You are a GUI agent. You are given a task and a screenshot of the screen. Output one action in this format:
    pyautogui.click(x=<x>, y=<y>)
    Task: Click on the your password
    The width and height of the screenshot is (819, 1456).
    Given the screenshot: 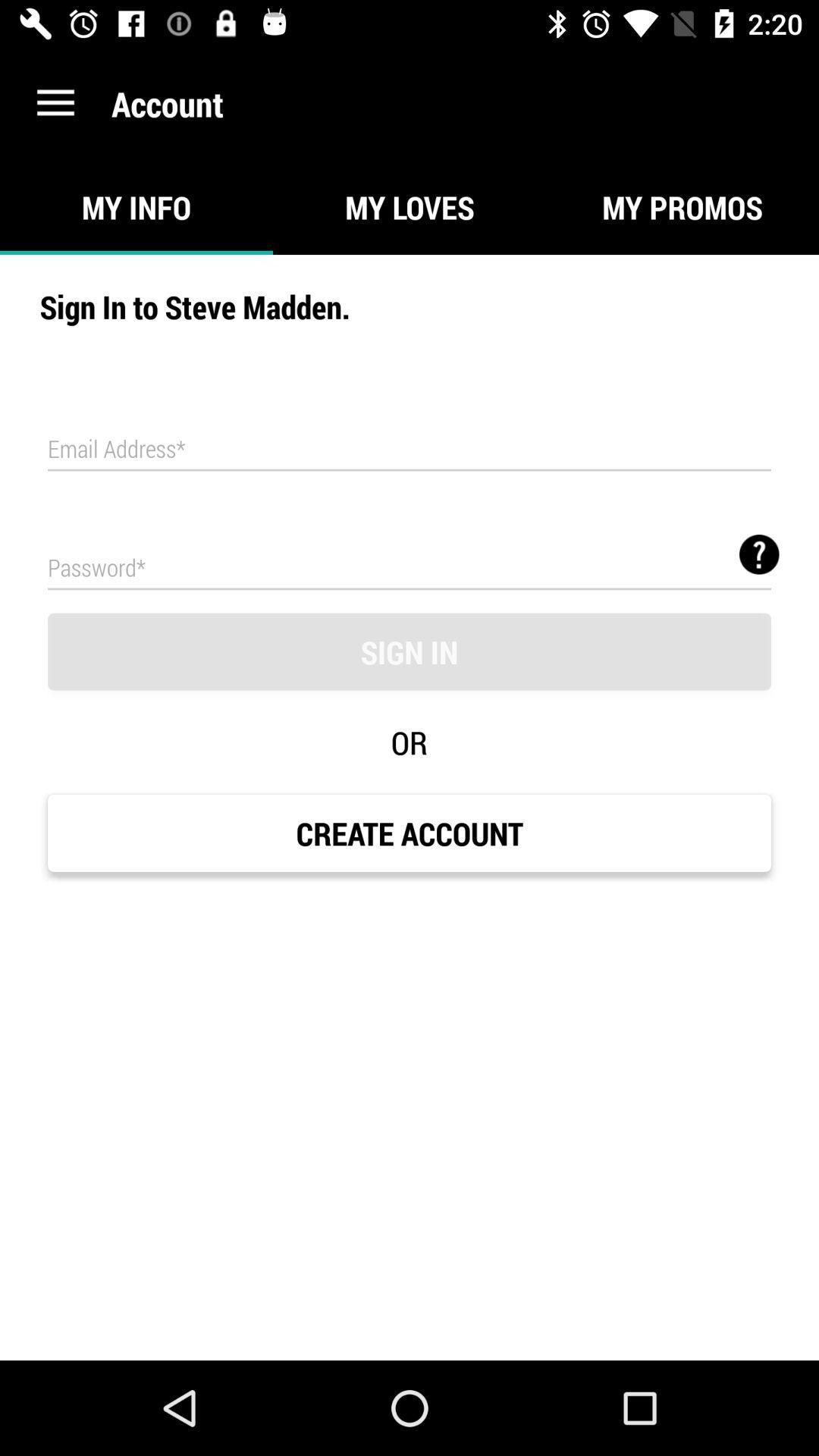 What is the action you would take?
    pyautogui.click(x=409, y=566)
    